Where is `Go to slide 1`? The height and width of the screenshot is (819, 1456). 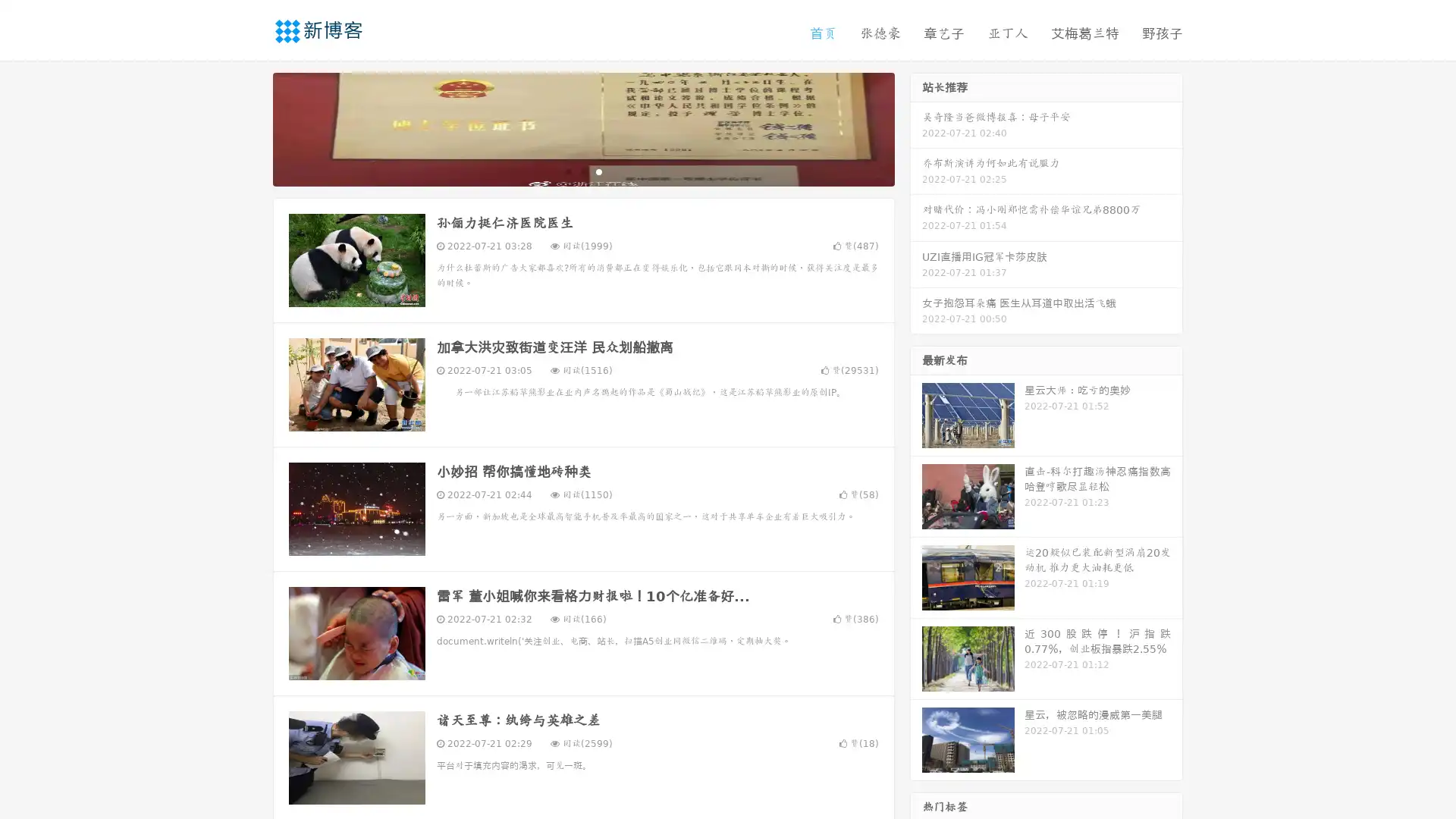 Go to slide 1 is located at coordinates (567, 171).